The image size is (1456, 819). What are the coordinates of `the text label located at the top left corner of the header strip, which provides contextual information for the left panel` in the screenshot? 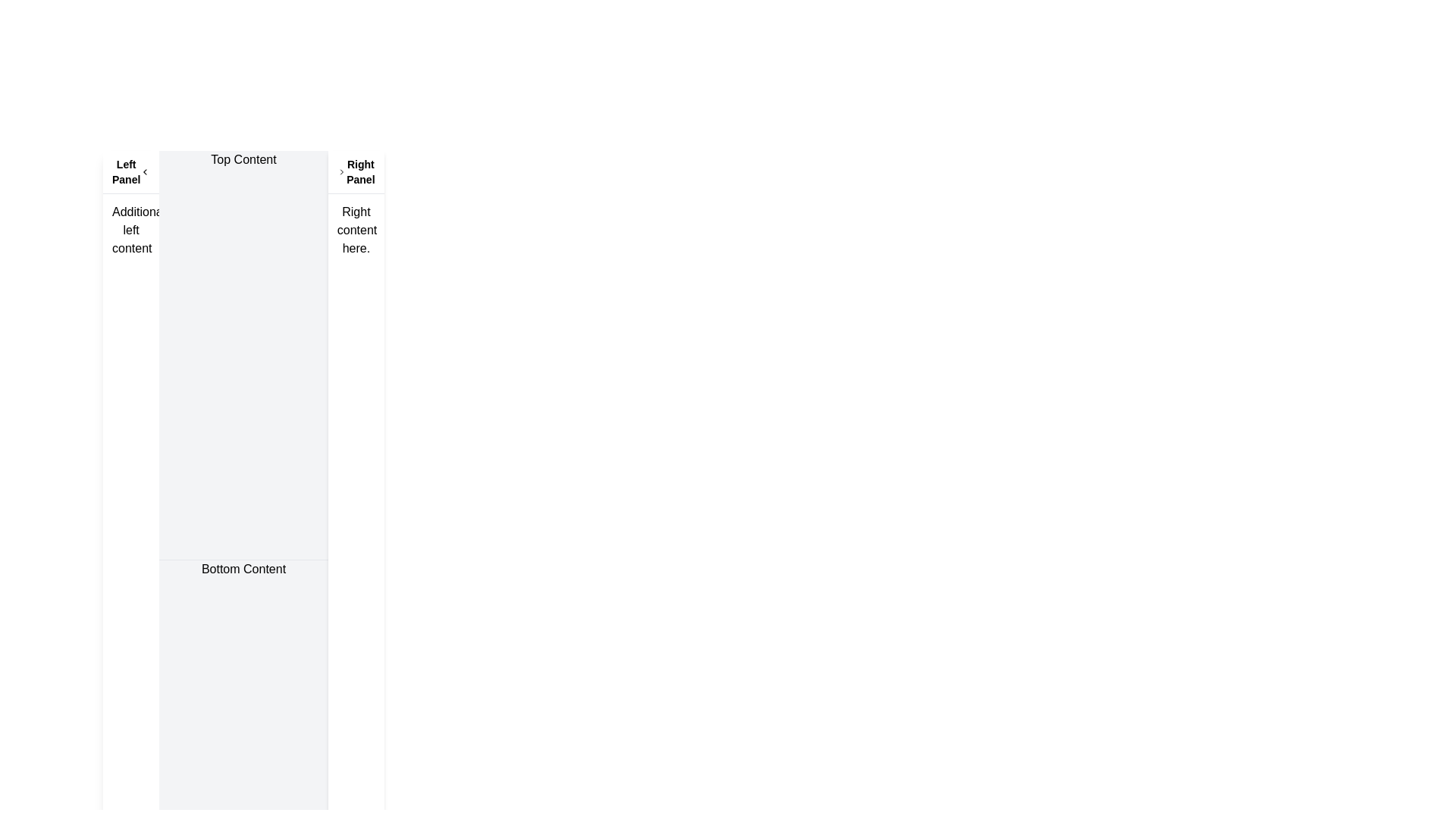 It's located at (126, 171).